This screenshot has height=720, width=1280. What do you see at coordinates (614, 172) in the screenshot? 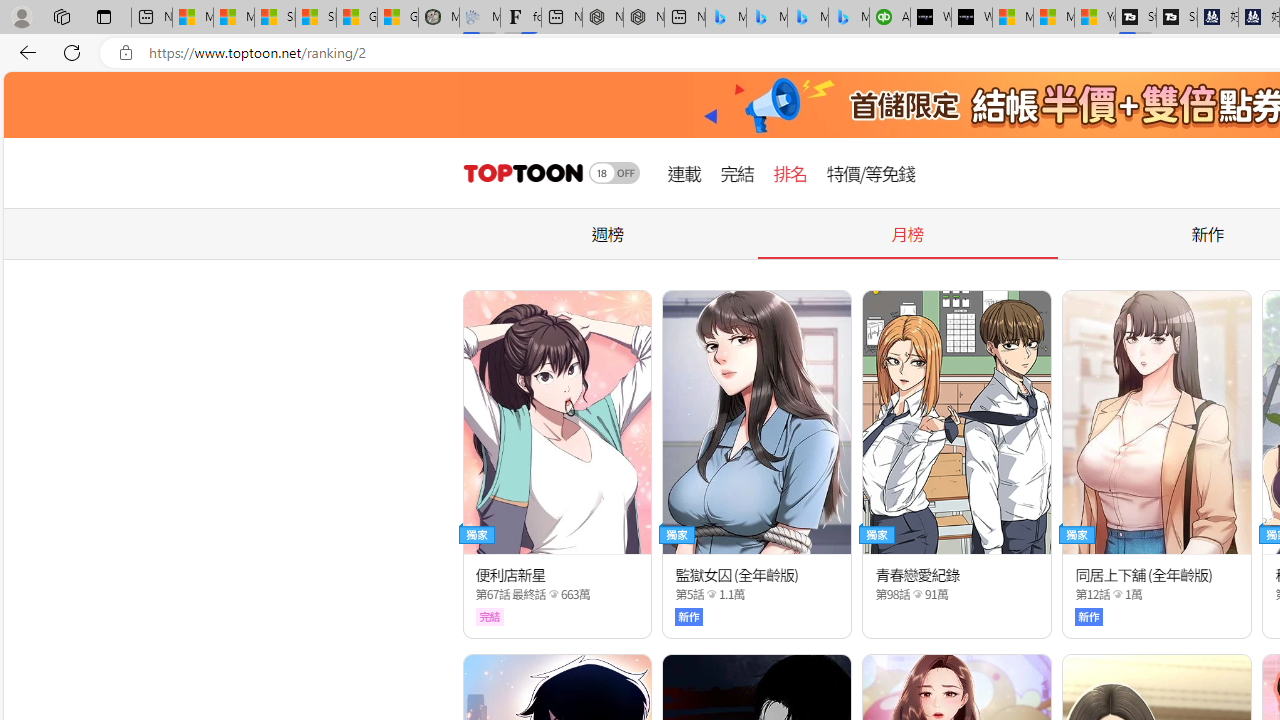
I see `'Class:  switch_18mode actionAdultBtn'` at bounding box center [614, 172].